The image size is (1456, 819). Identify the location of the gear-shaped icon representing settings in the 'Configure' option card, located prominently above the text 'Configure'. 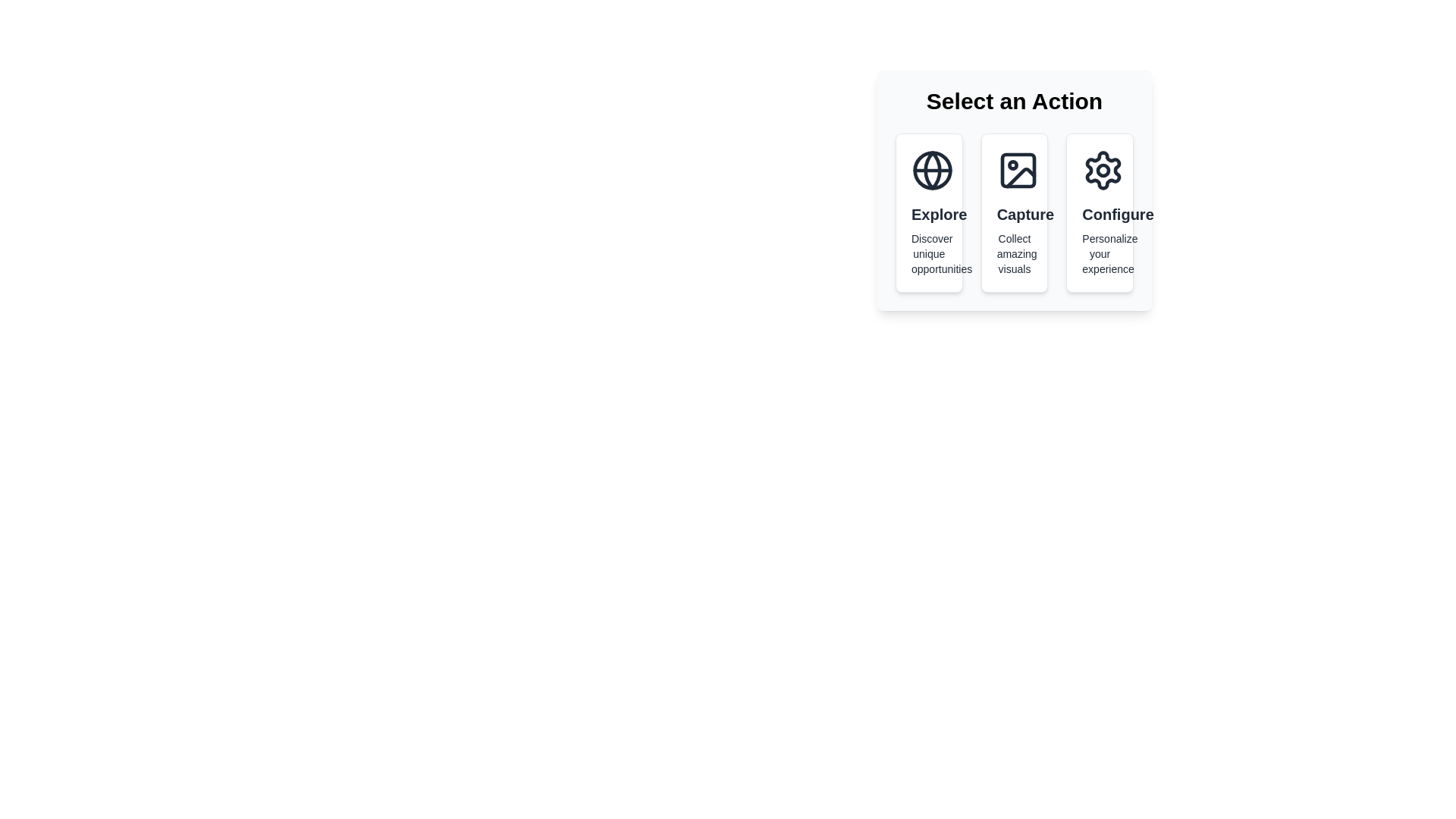
(1103, 170).